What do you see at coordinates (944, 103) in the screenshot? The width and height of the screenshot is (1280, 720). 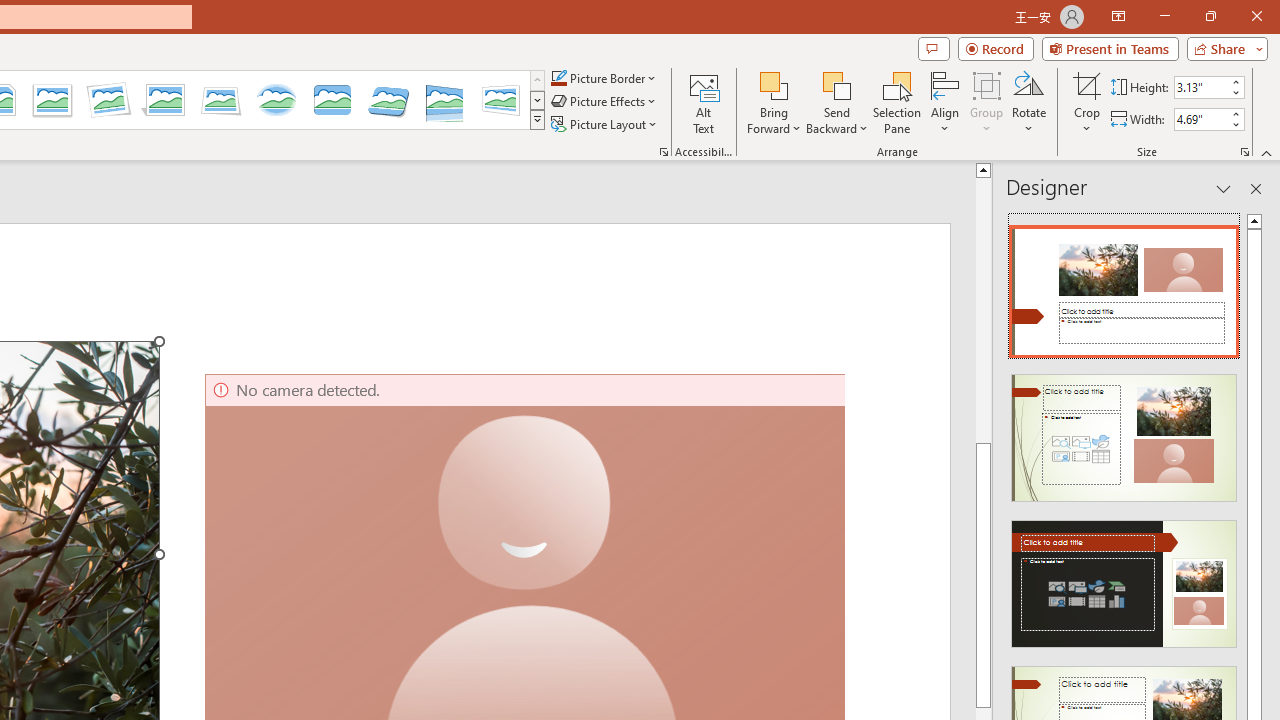 I see `'Align'` at bounding box center [944, 103].